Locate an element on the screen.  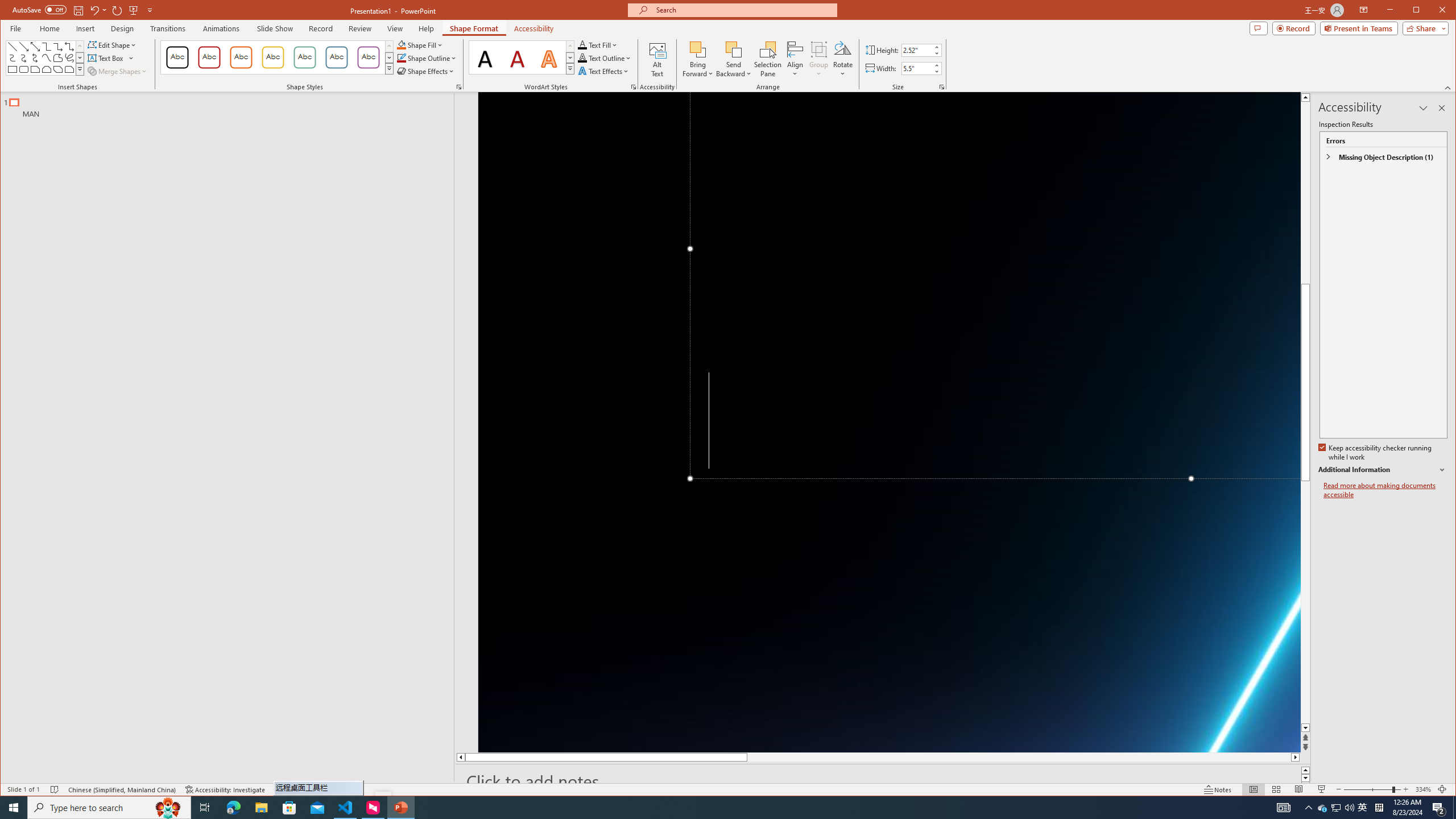
'Rotate' is located at coordinates (842, 59).